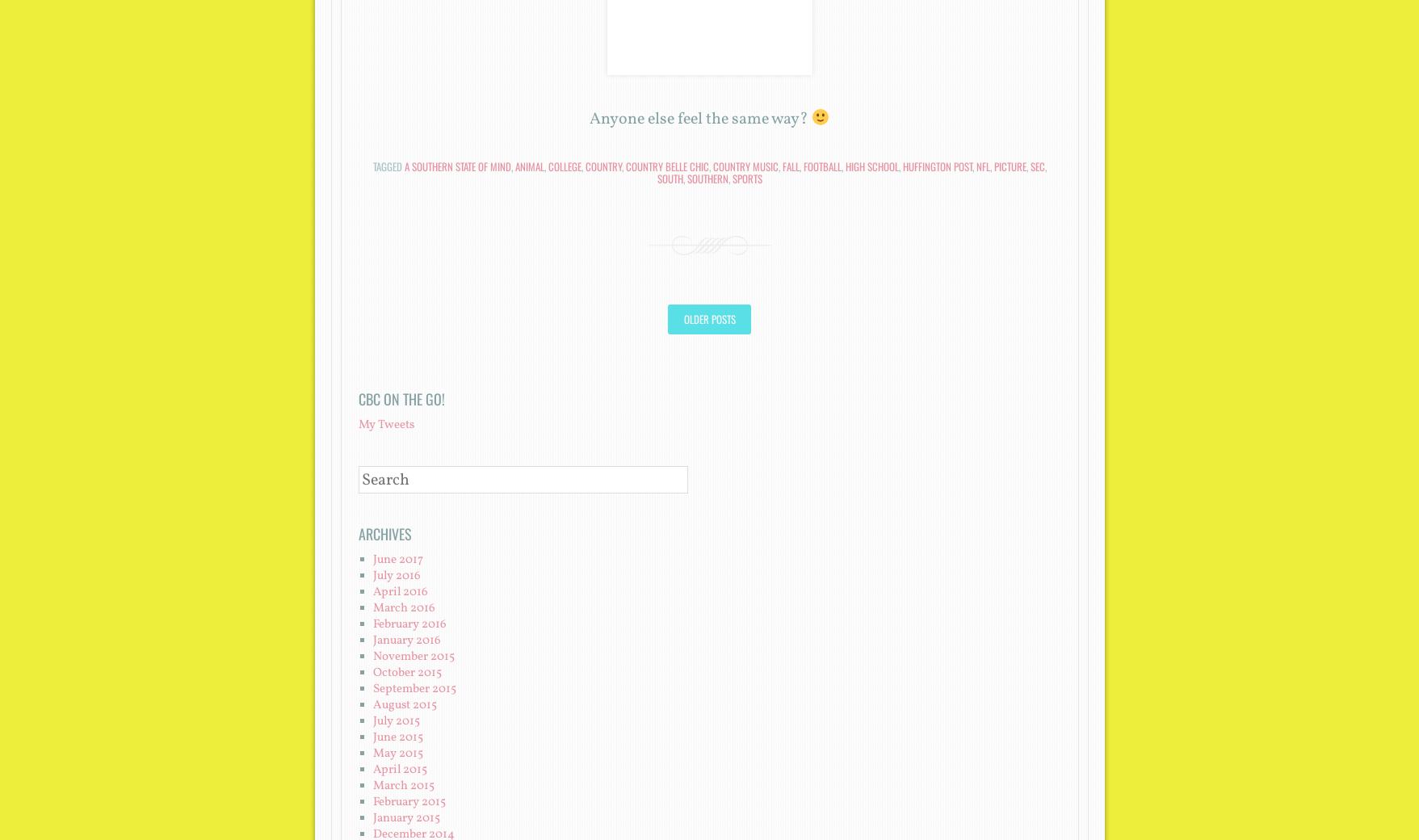  Describe the element at coordinates (396, 559) in the screenshot. I see `'June 2017'` at that location.